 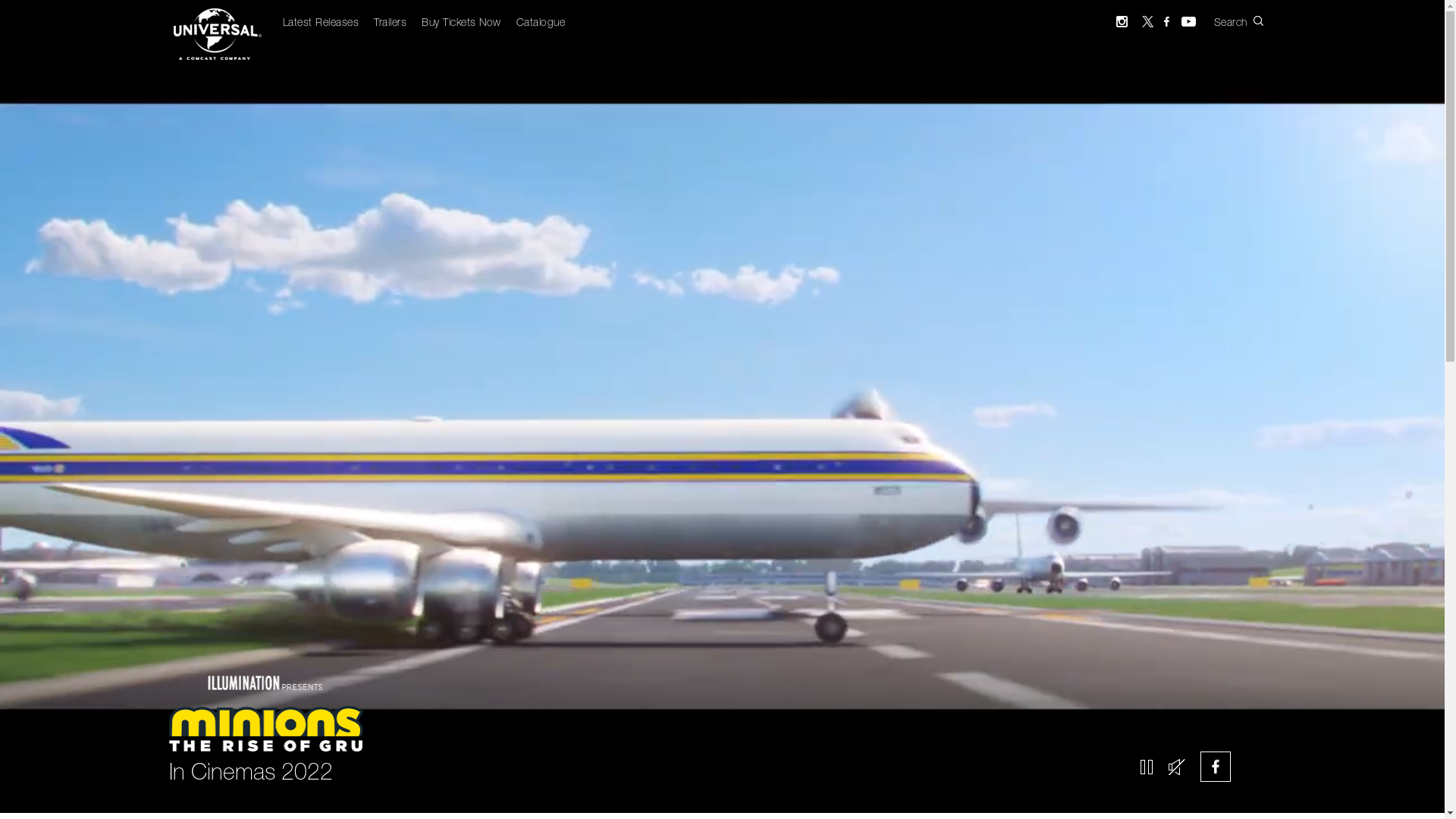 I want to click on 'Latest Releases', so click(x=319, y=23).